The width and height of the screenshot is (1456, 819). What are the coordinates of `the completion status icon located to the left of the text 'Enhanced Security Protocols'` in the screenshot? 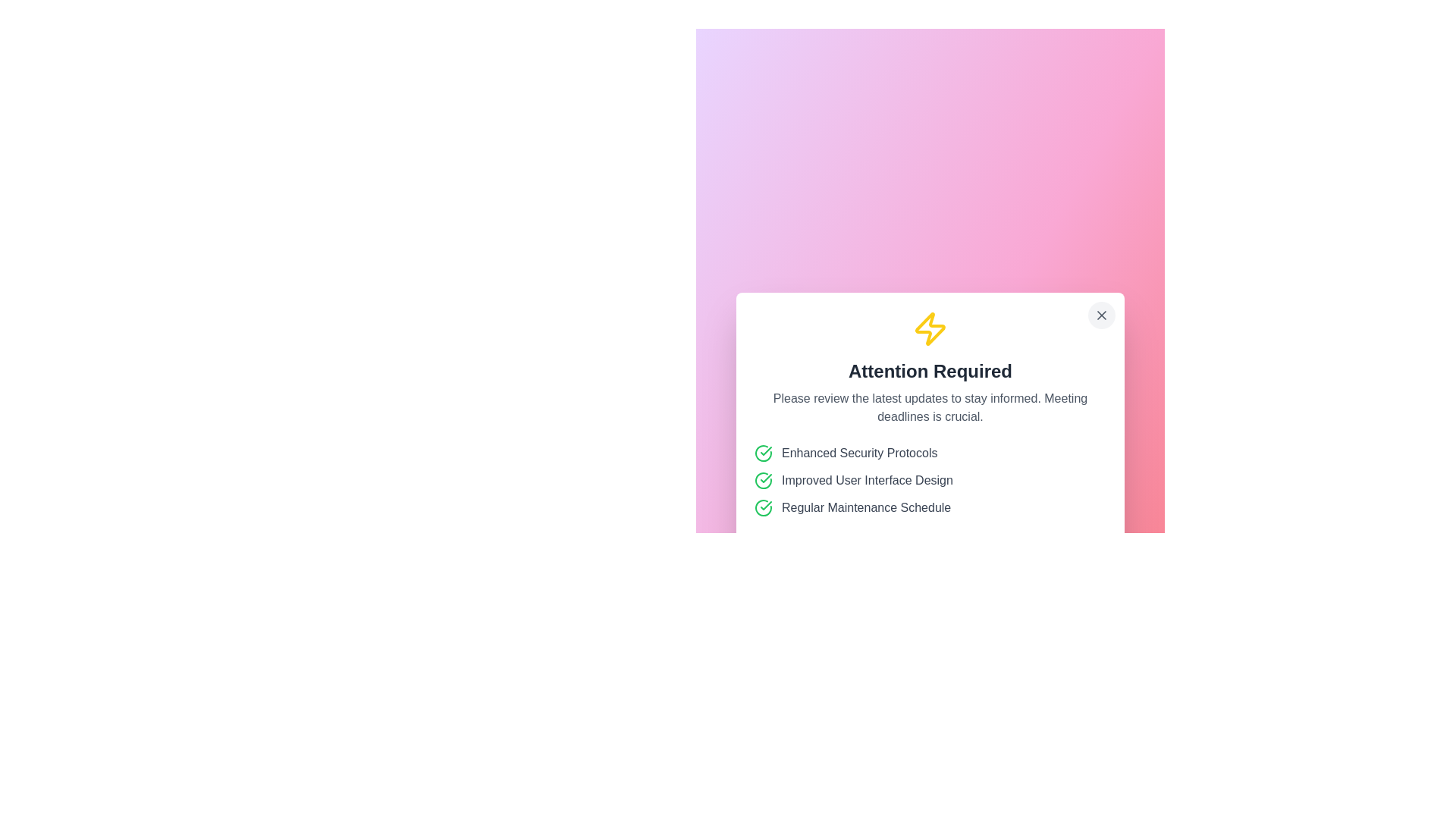 It's located at (764, 452).